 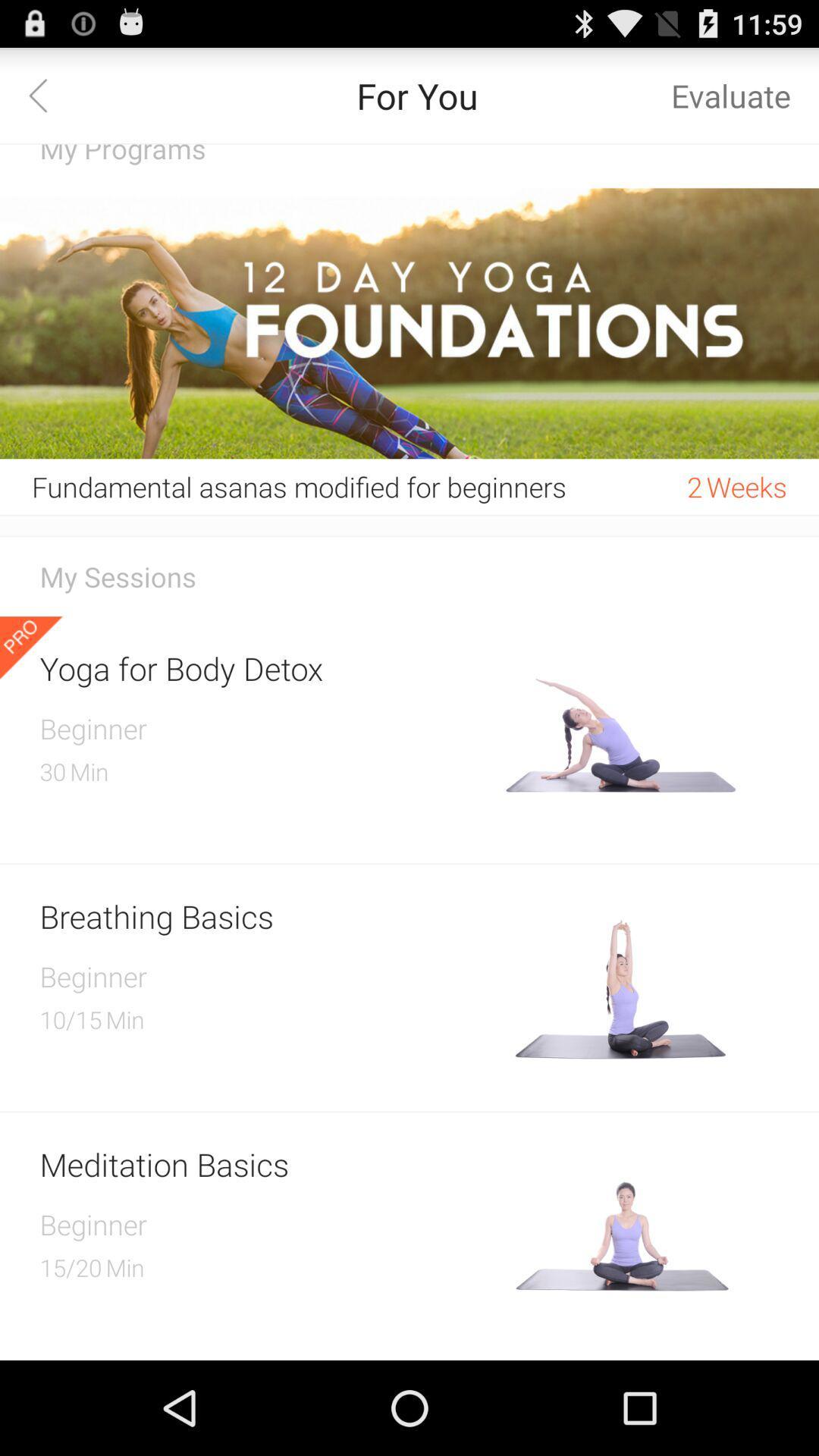 What do you see at coordinates (409, 166) in the screenshot?
I see `the my programs item` at bounding box center [409, 166].